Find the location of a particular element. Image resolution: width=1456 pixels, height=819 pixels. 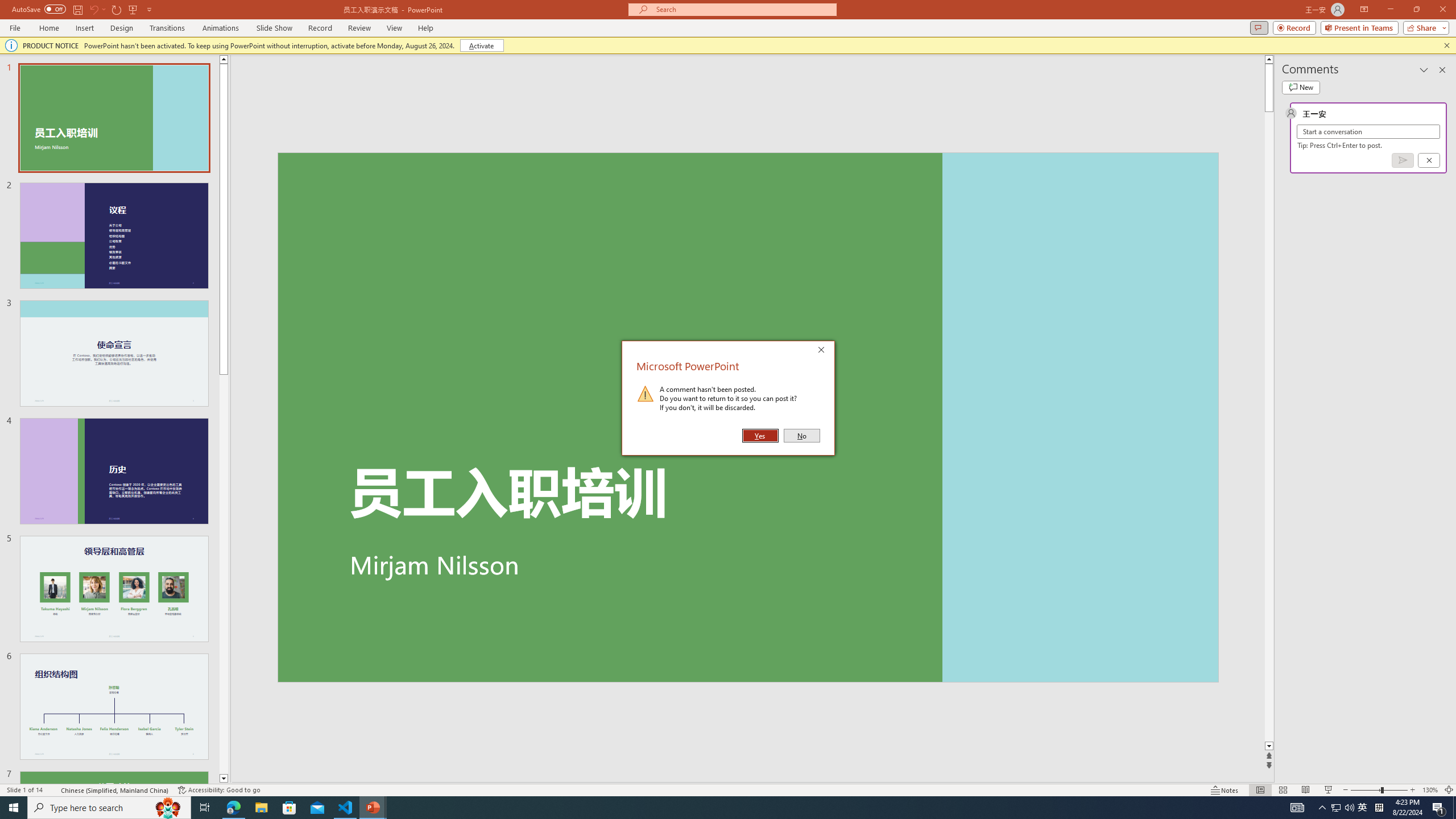

'Post comment (Ctrl + Enter)' is located at coordinates (1403, 160).